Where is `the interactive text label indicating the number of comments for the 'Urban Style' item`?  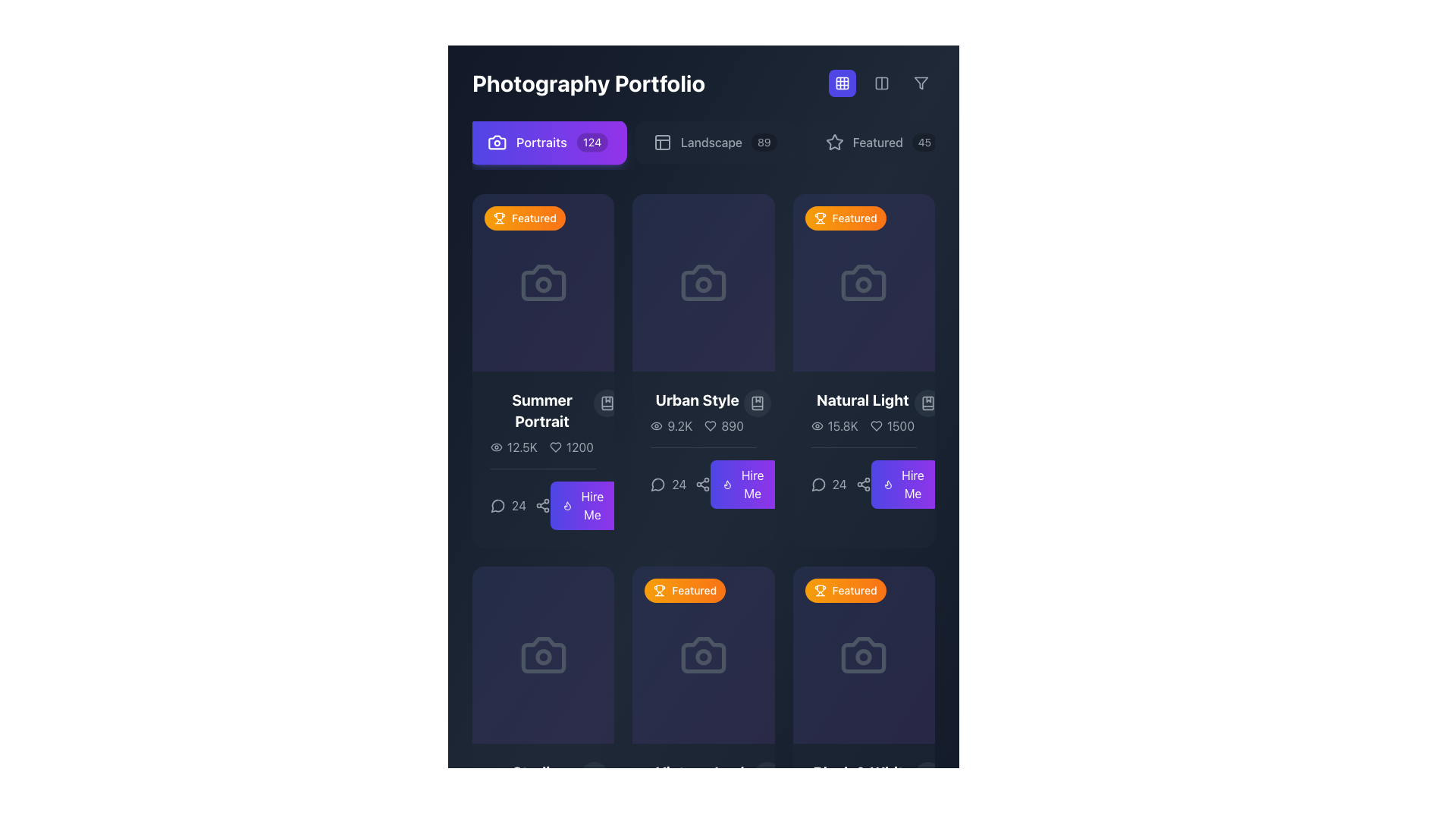 the interactive text label indicating the number of comments for the 'Urban Style' item is located at coordinates (667, 485).